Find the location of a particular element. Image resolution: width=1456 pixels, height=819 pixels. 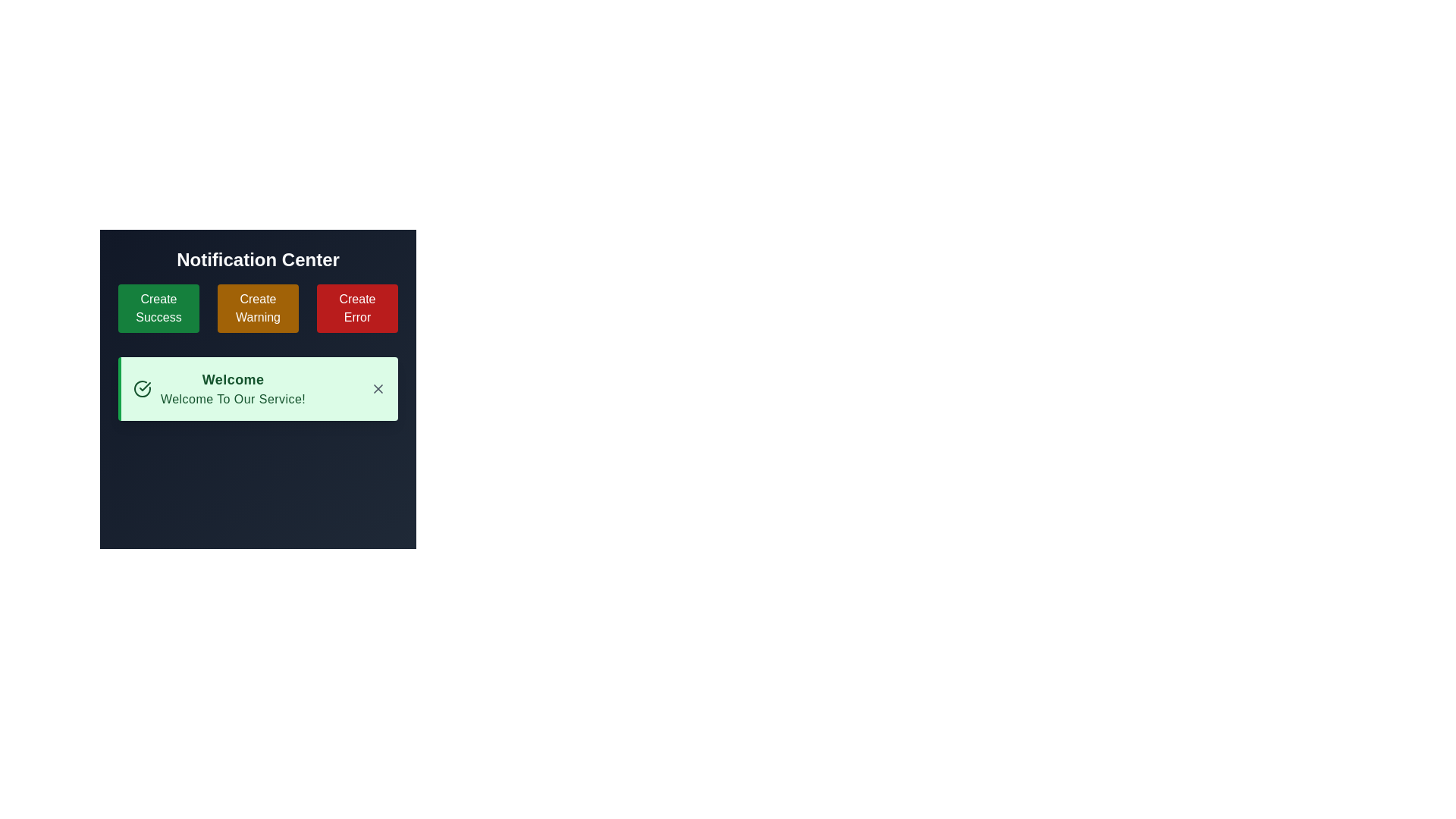

the text block titled 'Welcome' with subtitle 'Welcome to our service!' that is positioned in the main notification box, between a circular checkmark icon and a close button (X) is located at coordinates (232, 388).